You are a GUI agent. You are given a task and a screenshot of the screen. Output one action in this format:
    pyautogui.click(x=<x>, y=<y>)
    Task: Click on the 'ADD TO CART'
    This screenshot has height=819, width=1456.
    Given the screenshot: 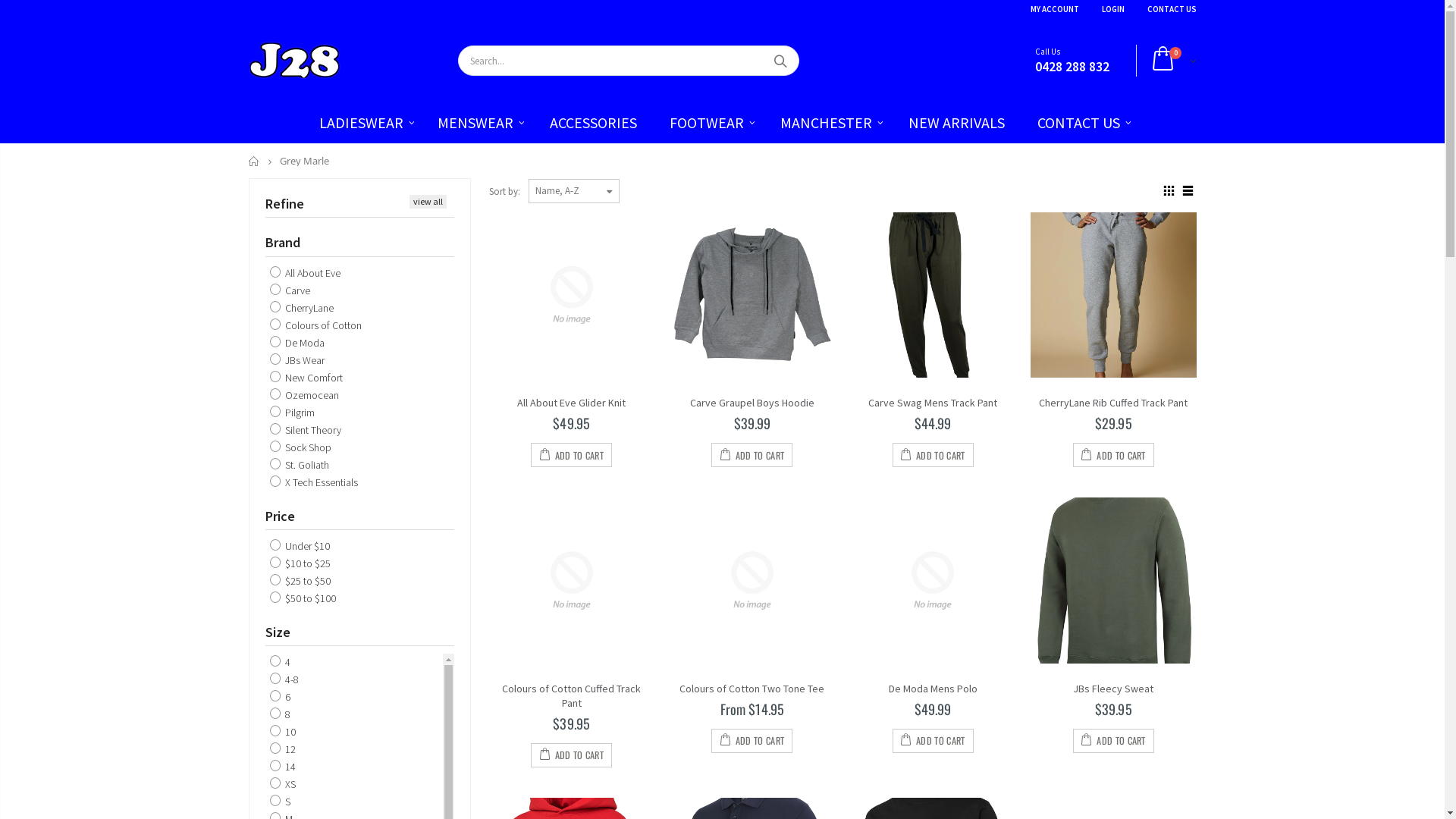 What is the action you would take?
    pyautogui.click(x=570, y=454)
    